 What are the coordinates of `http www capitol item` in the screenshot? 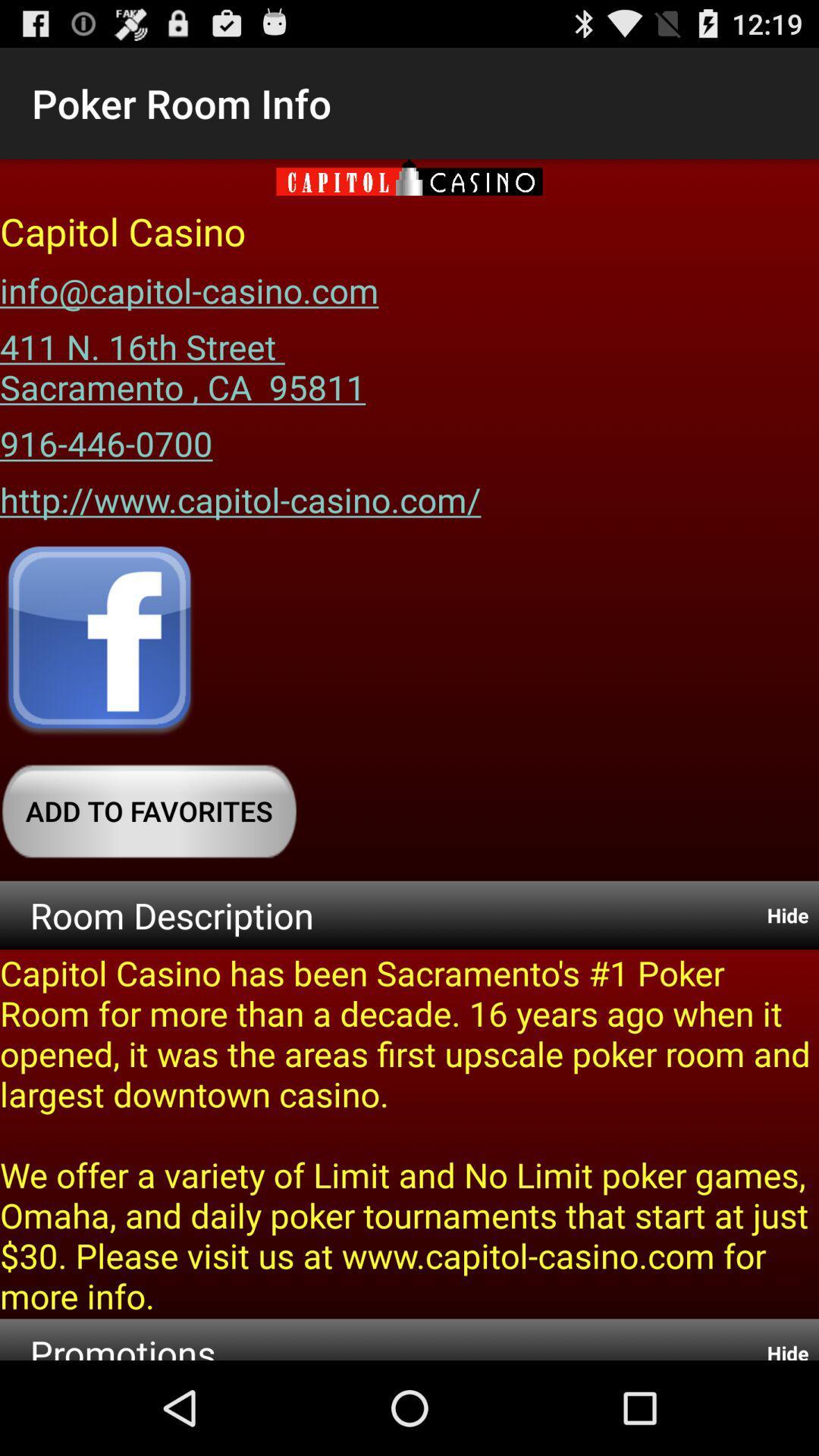 It's located at (240, 494).